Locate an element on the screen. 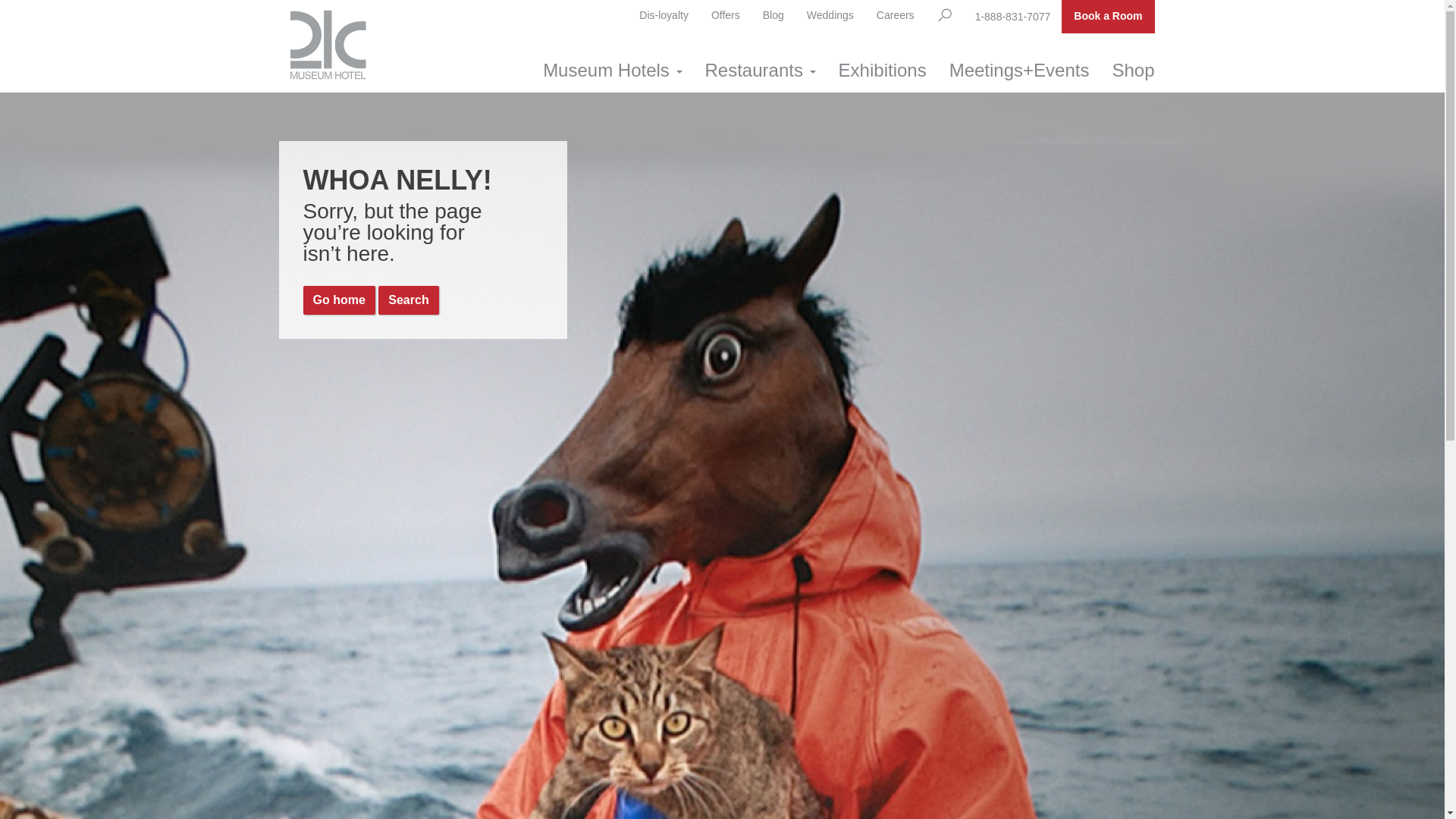  'Careers' is located at coordinates (895, 15).